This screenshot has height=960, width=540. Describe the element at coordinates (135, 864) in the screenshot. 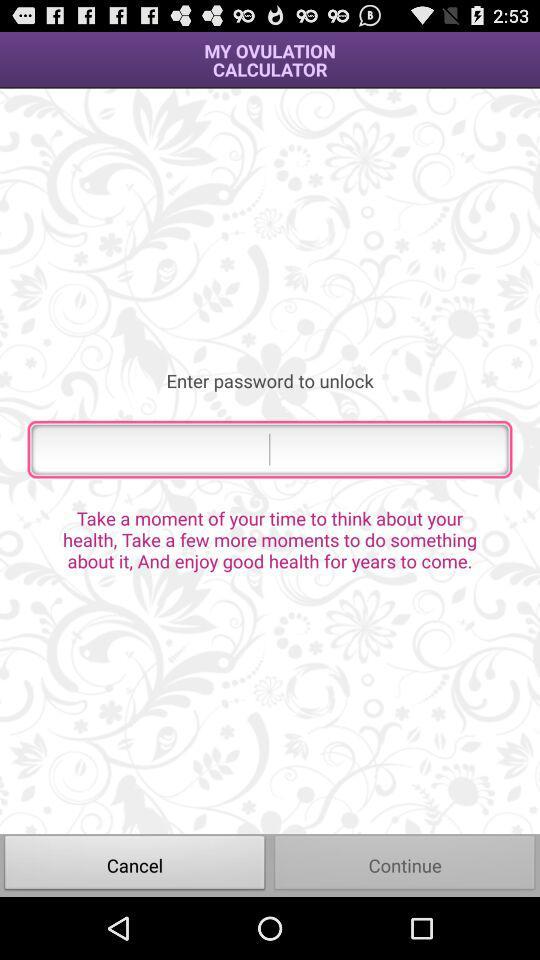

I see `the icon at the bottom left corner` at that location.